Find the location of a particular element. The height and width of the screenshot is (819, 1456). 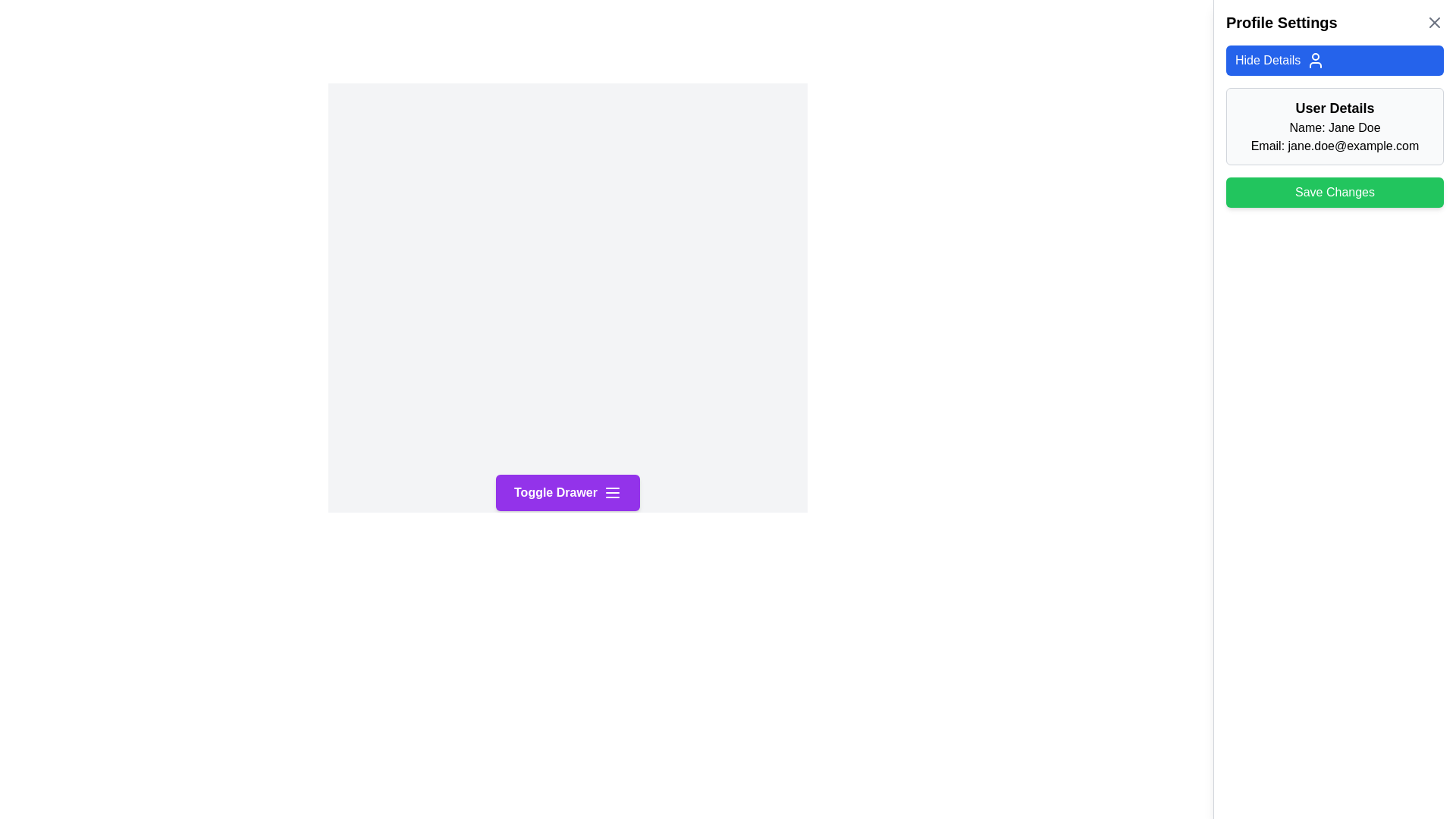

the small gray 'X' icon button for closing or dismissing the dialog, located next to the 'Profile Settings' text in the header section is located at coordinates (1433, 23).